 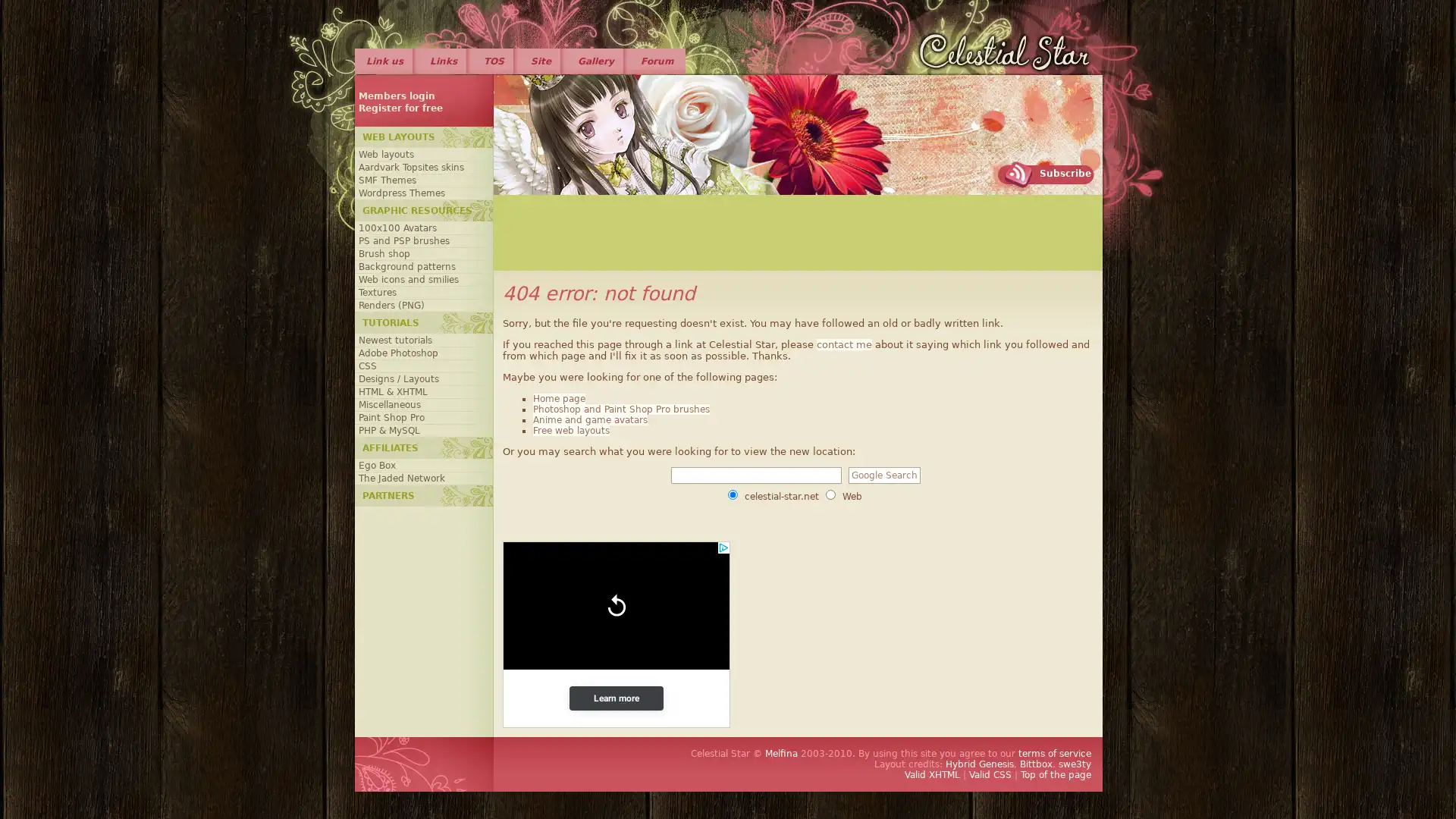 I want to click on Google Search, so click(x=884, y=473).